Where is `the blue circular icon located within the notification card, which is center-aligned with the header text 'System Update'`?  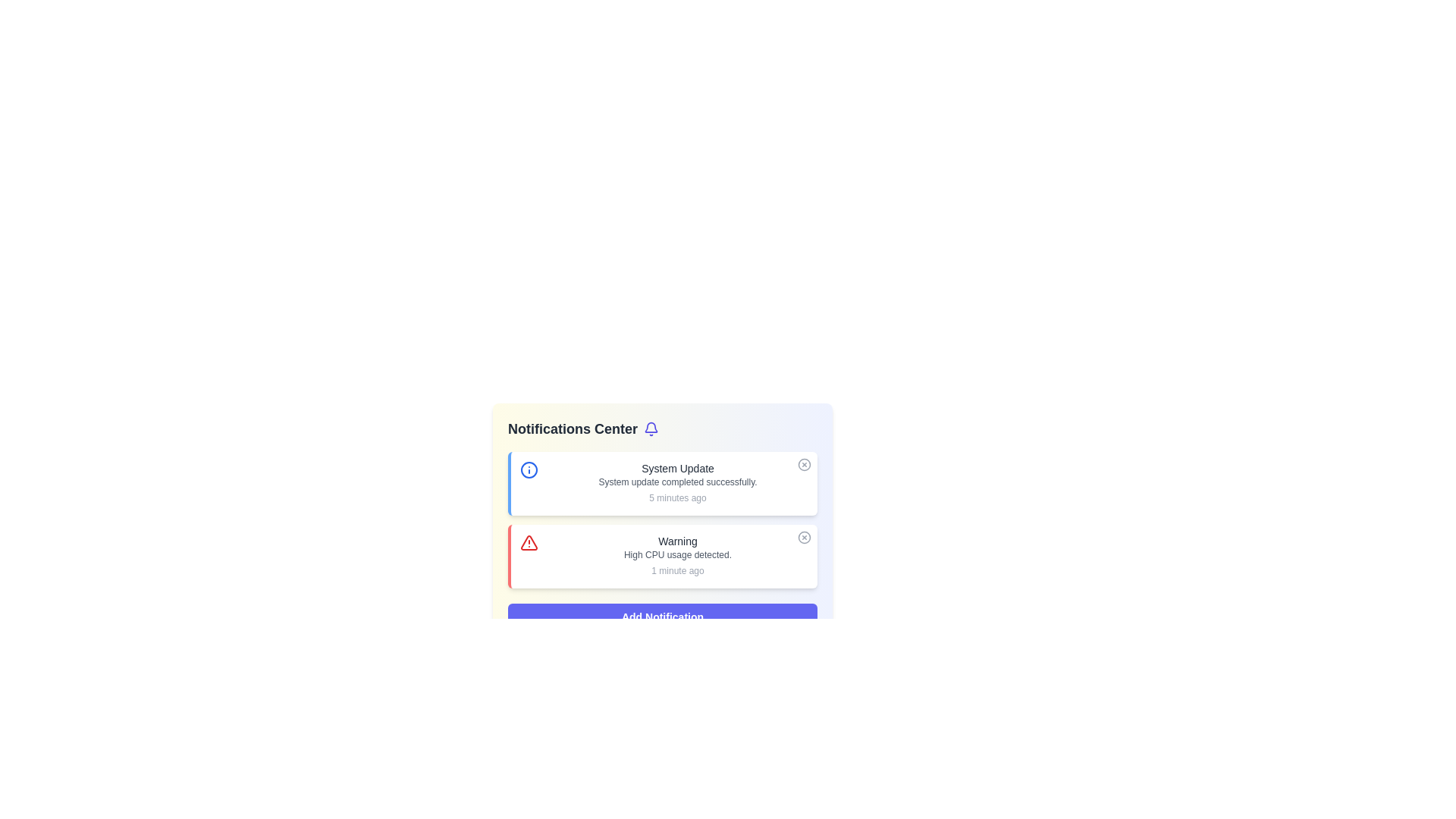 the blue circular icon located within the notification card, which is center-aligned with the header text 'System Update' is located at coordinates (529, 469).